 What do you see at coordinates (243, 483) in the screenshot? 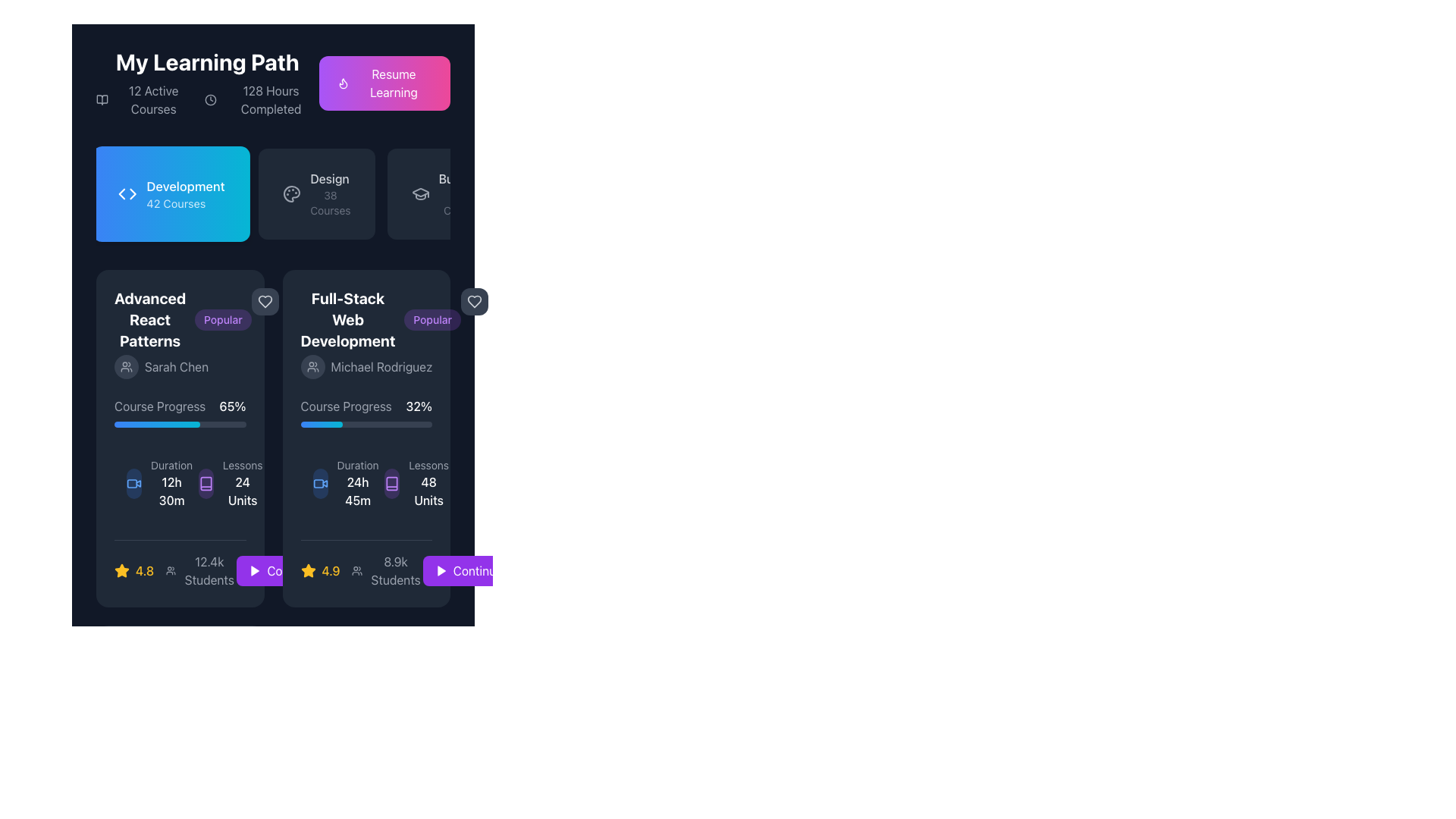
I see `displayed text 'Lessons' and '24 Units' from the Text Display located in the bottom section of the left card, styled with small gray text for 'Lessons' and larger white text for '24 Units'` at bounding box center [243, 483].